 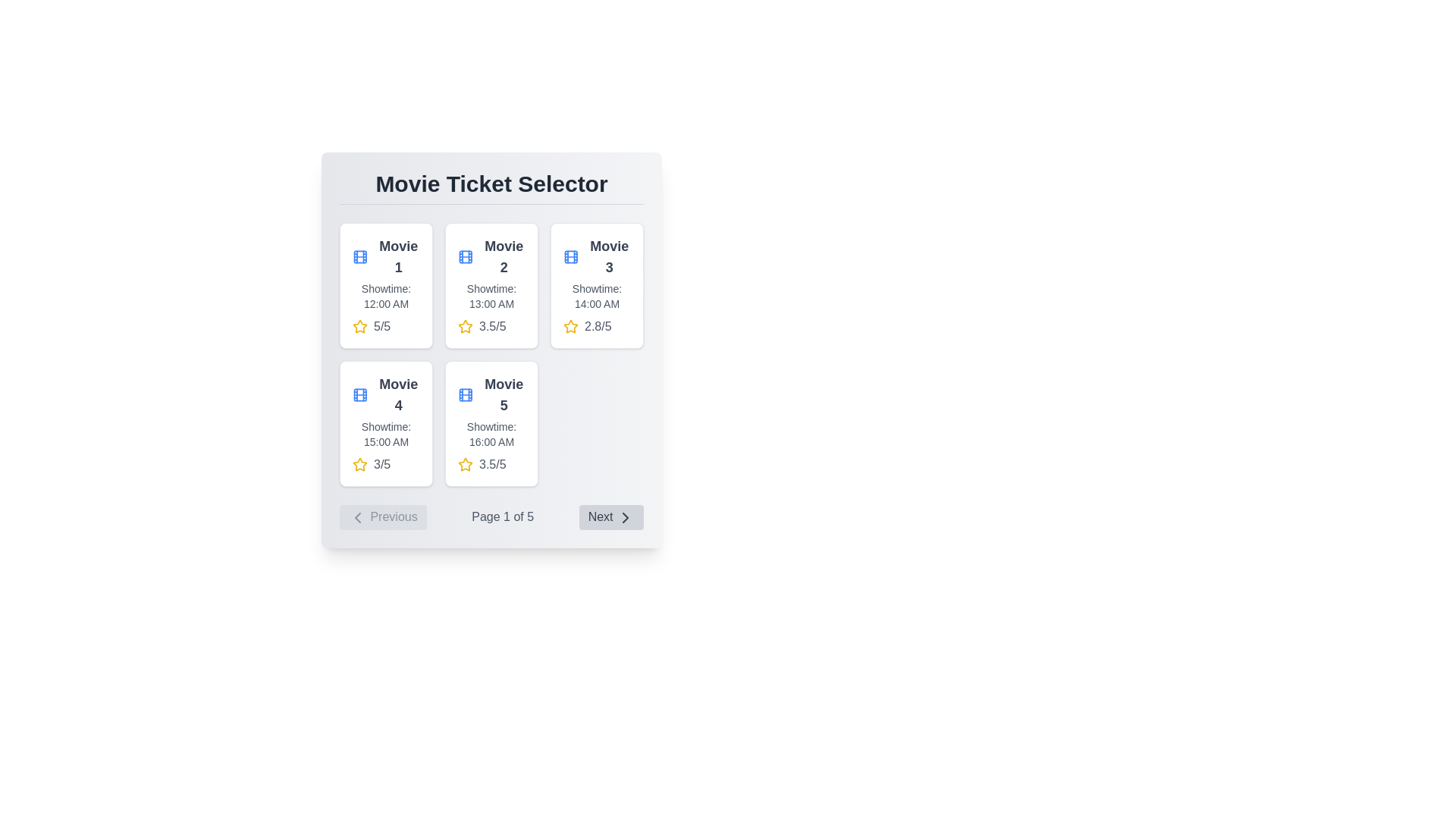 I want to click on the rating display for 'Movie 5', which includes a star icon and a numerical value, located at the bottom part of the card beneath the movie showtime information, so click(x=491, y=464).